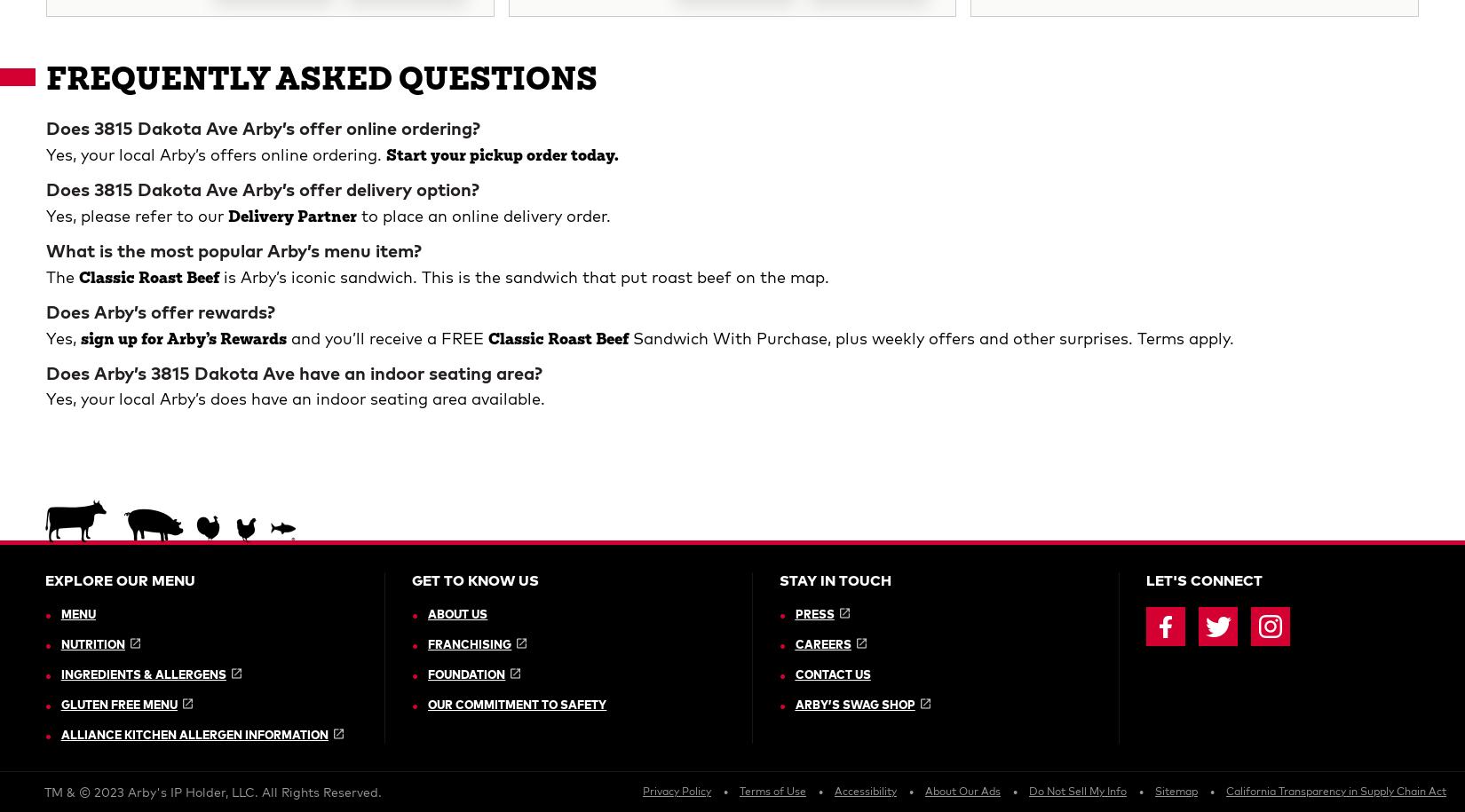  What do you see at coordinates (1028, 172) in the screenshot?
I see `'Do Not Sell My Info'` at bounding box center [1028, 172].